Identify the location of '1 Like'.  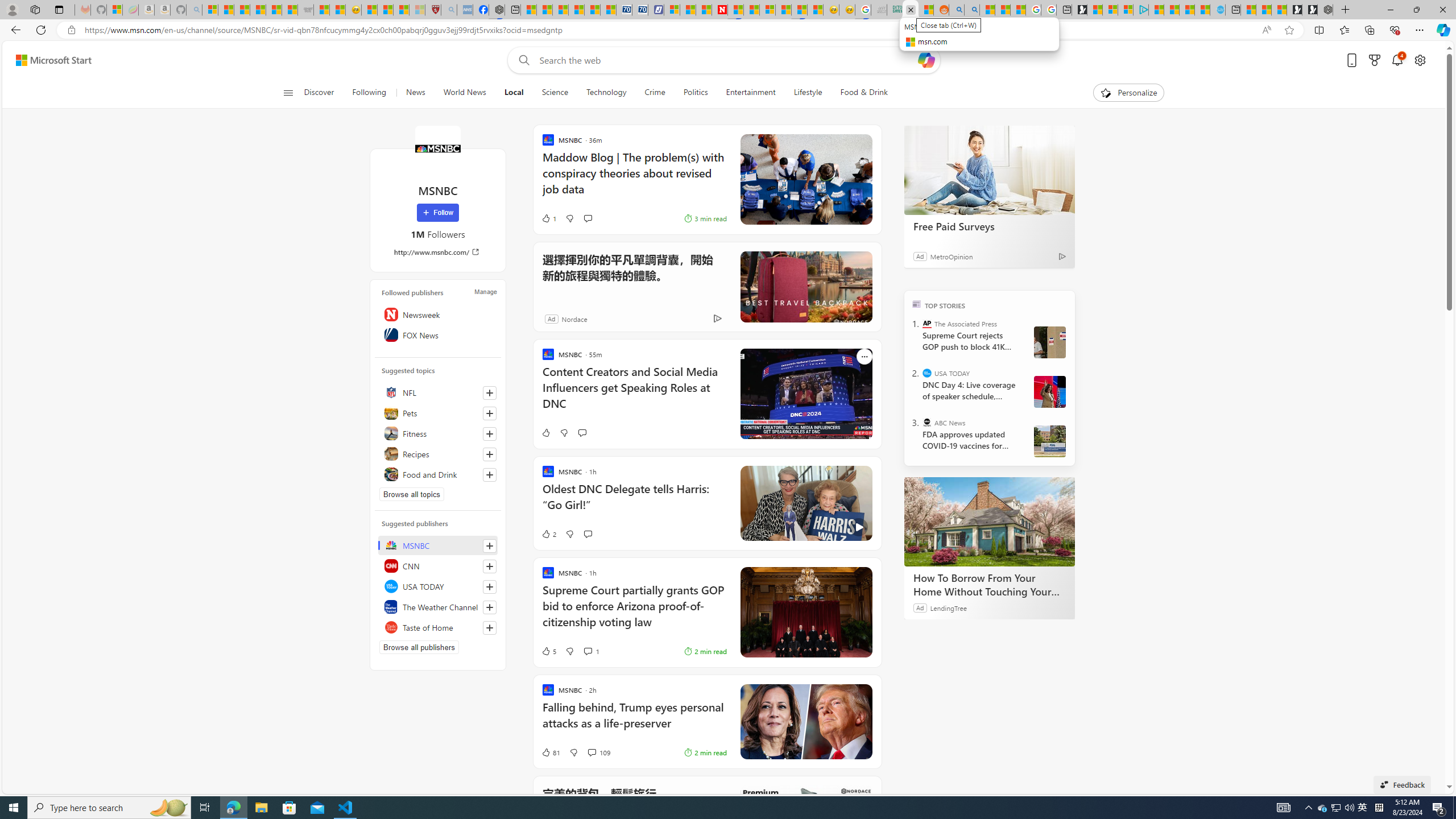
(547, 217).